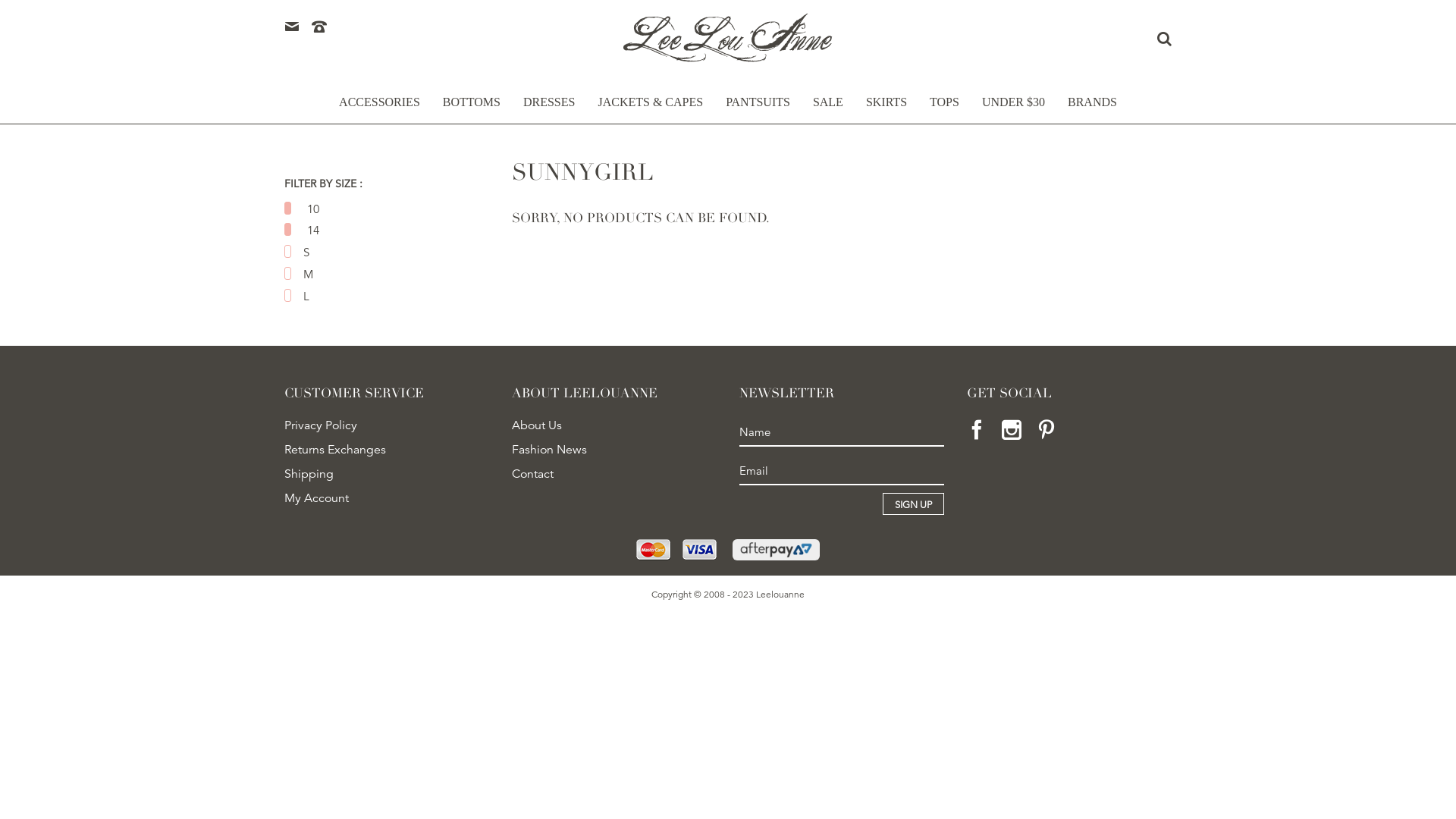 Image resolution: width=1456 pixels, height=819 pixels. Describe the element at coordinates (512, 449) in the screenshot. I see `'Fashion News'` at that location.